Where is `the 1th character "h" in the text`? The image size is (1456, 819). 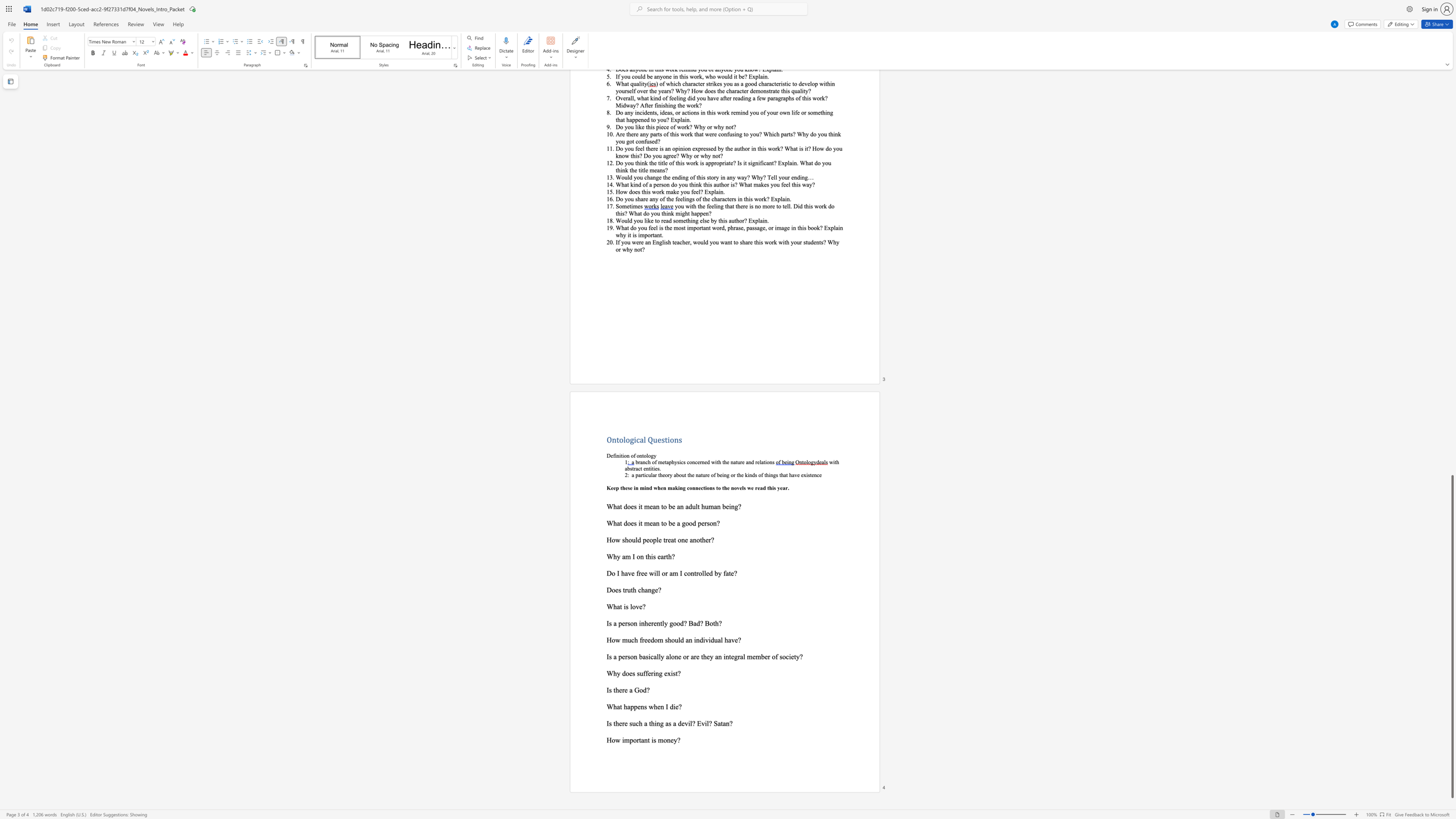 the 1th character "h" in the text is located at coordinates (615, 673).